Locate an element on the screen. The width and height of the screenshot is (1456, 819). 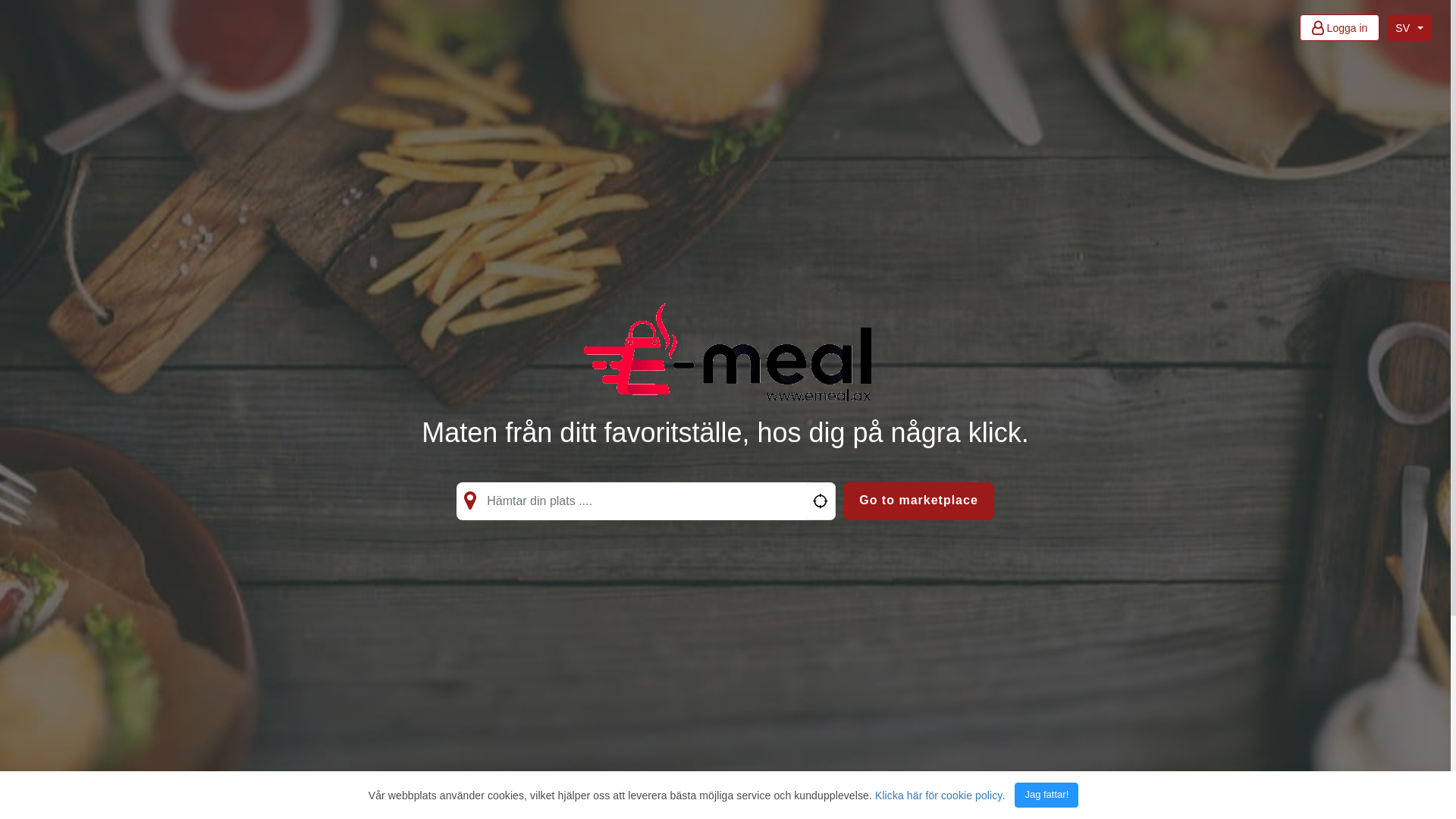
'Go to marketplace' is located at coordinates (918, 500).